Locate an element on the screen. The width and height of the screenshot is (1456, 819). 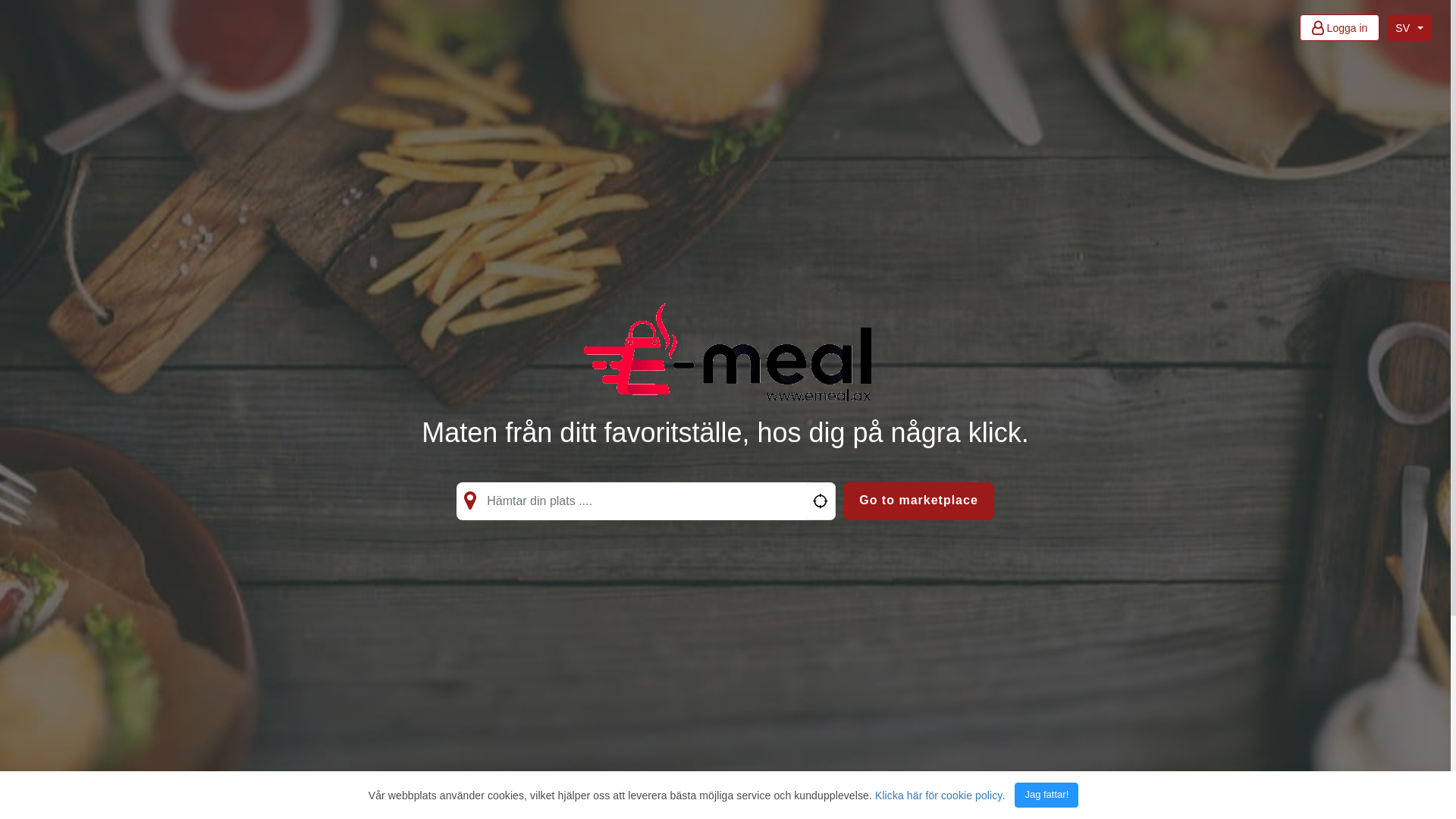
'Go to marketplace' is located at coordinates (918, 500).